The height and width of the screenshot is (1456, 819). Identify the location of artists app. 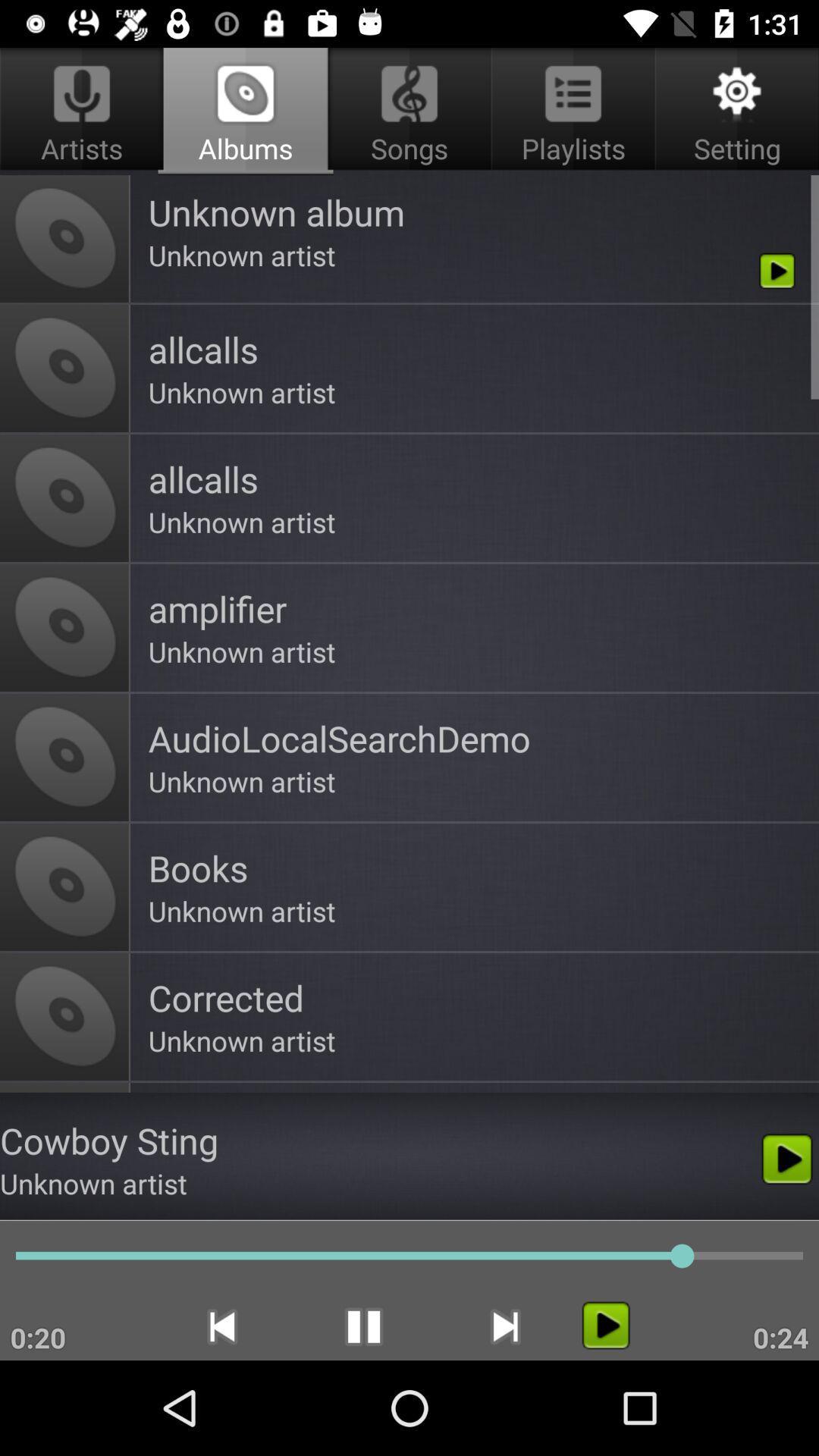
(84, 111).